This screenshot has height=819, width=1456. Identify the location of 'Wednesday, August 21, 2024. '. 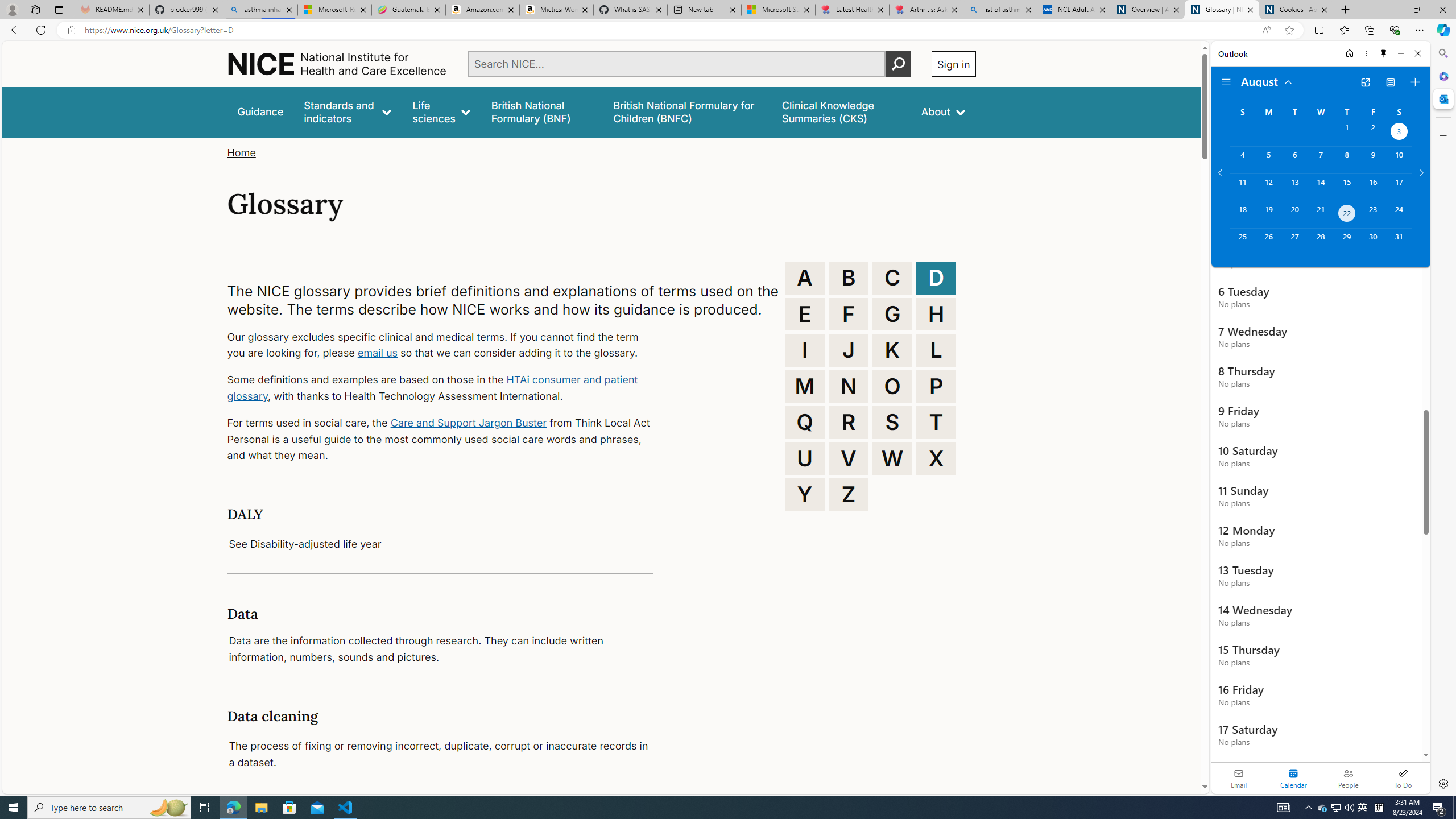
(1319, 214).